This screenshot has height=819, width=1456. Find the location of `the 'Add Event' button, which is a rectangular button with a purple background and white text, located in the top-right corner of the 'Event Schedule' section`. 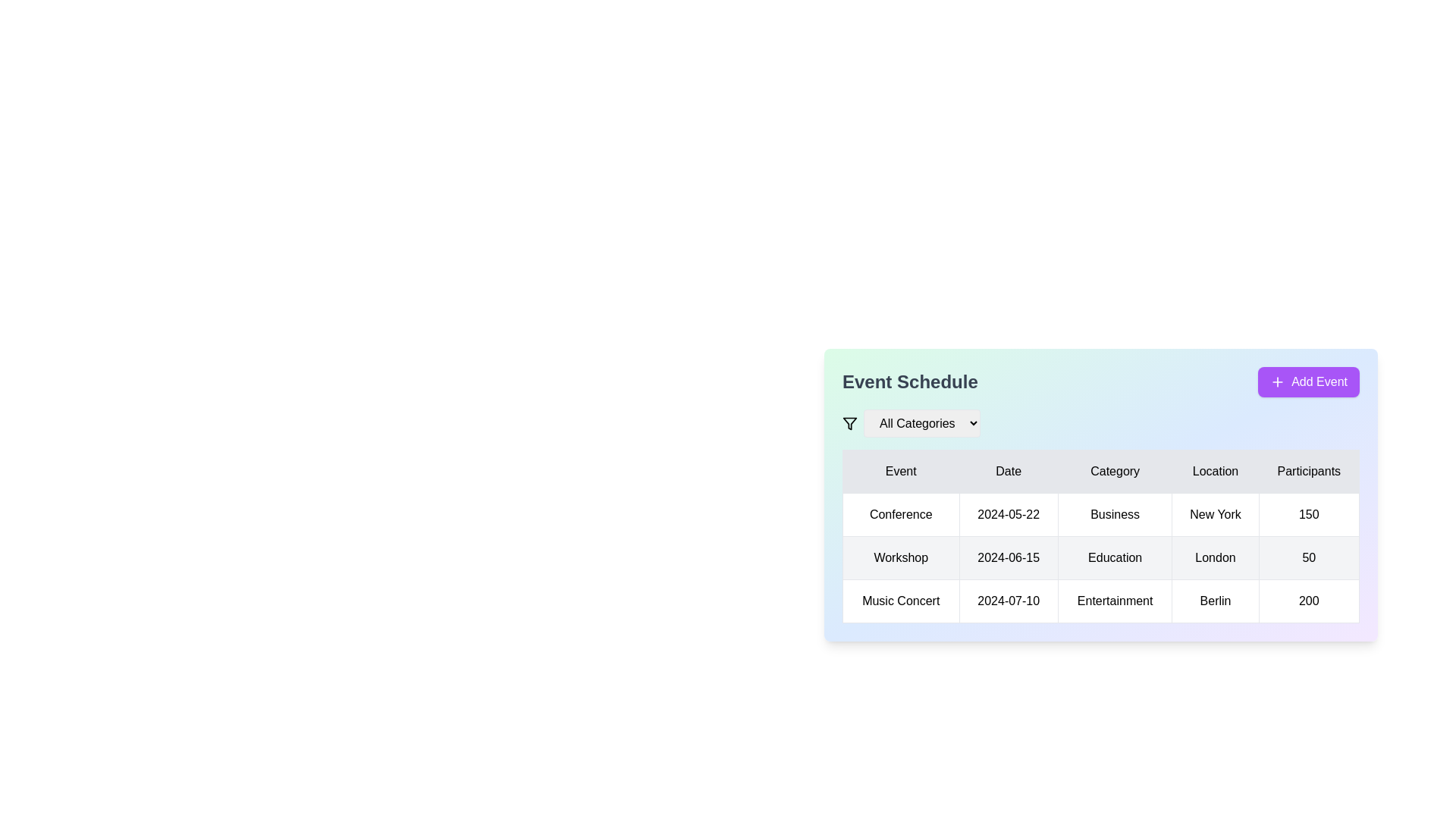

the 'Add Event' button, which is a rectangular button with a purple background and white text, located in the top-right corner of the 'Event Schedule' section is located at coordinates (1308, 381).